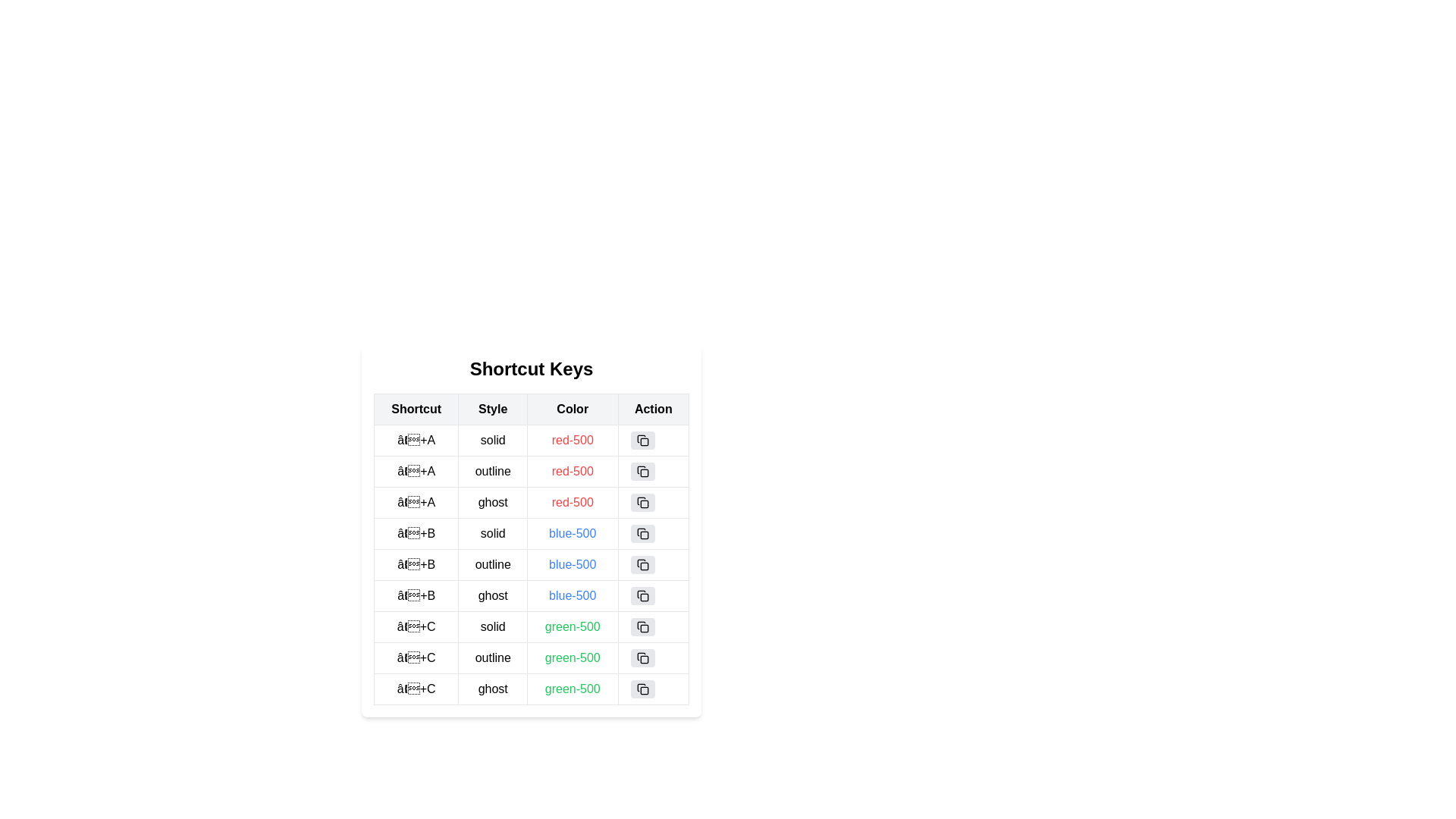 Image resolution: width=1456 pixels, height=819 pixels. Describe the element at coordinates (572, 657) in the screenshot. I see `the text label displaying 'green-500' in green font color, located in the 'Color' column of the table` at that location.